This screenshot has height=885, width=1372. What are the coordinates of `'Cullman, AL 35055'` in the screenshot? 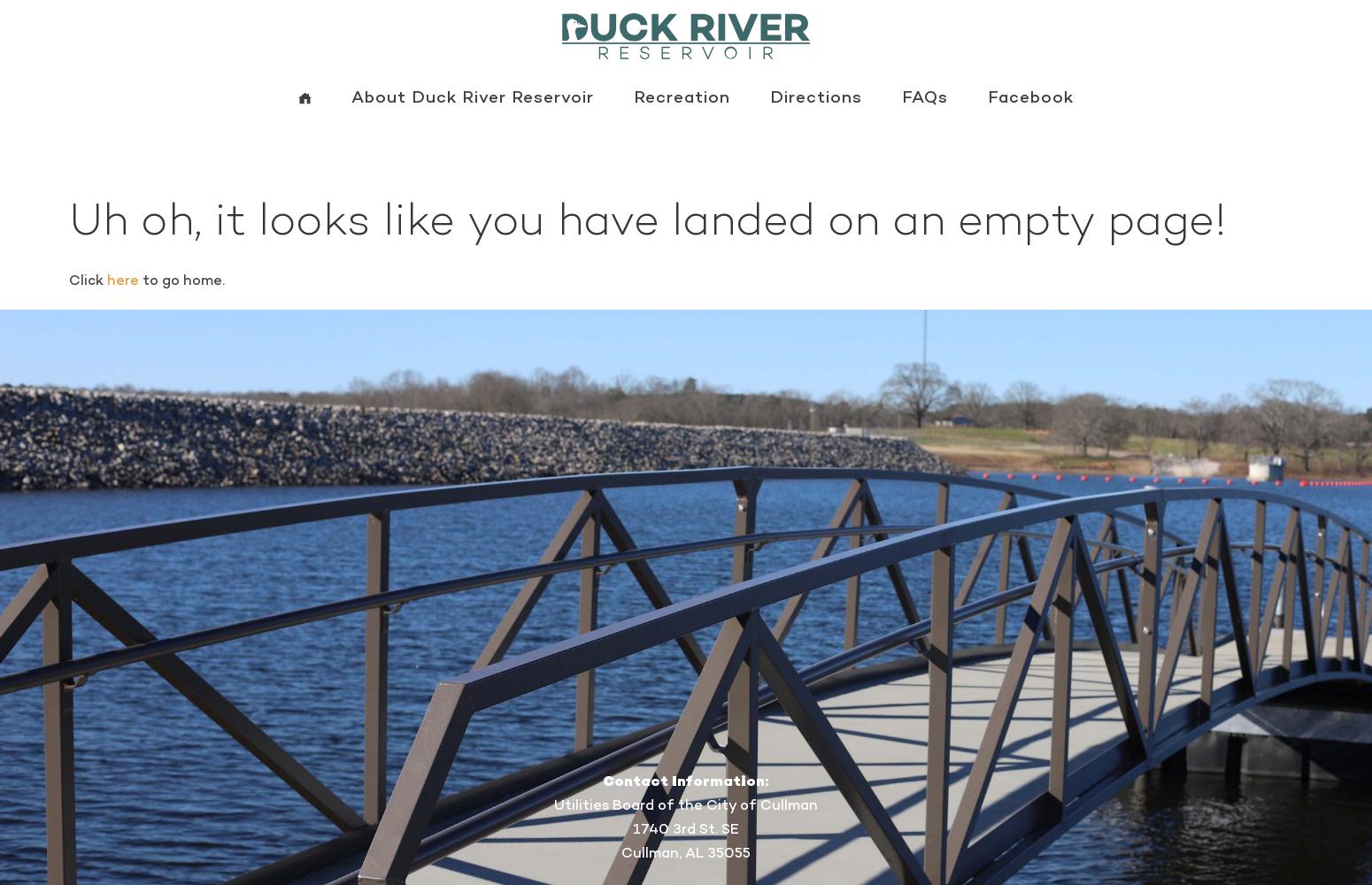 It's located at (686, 851).